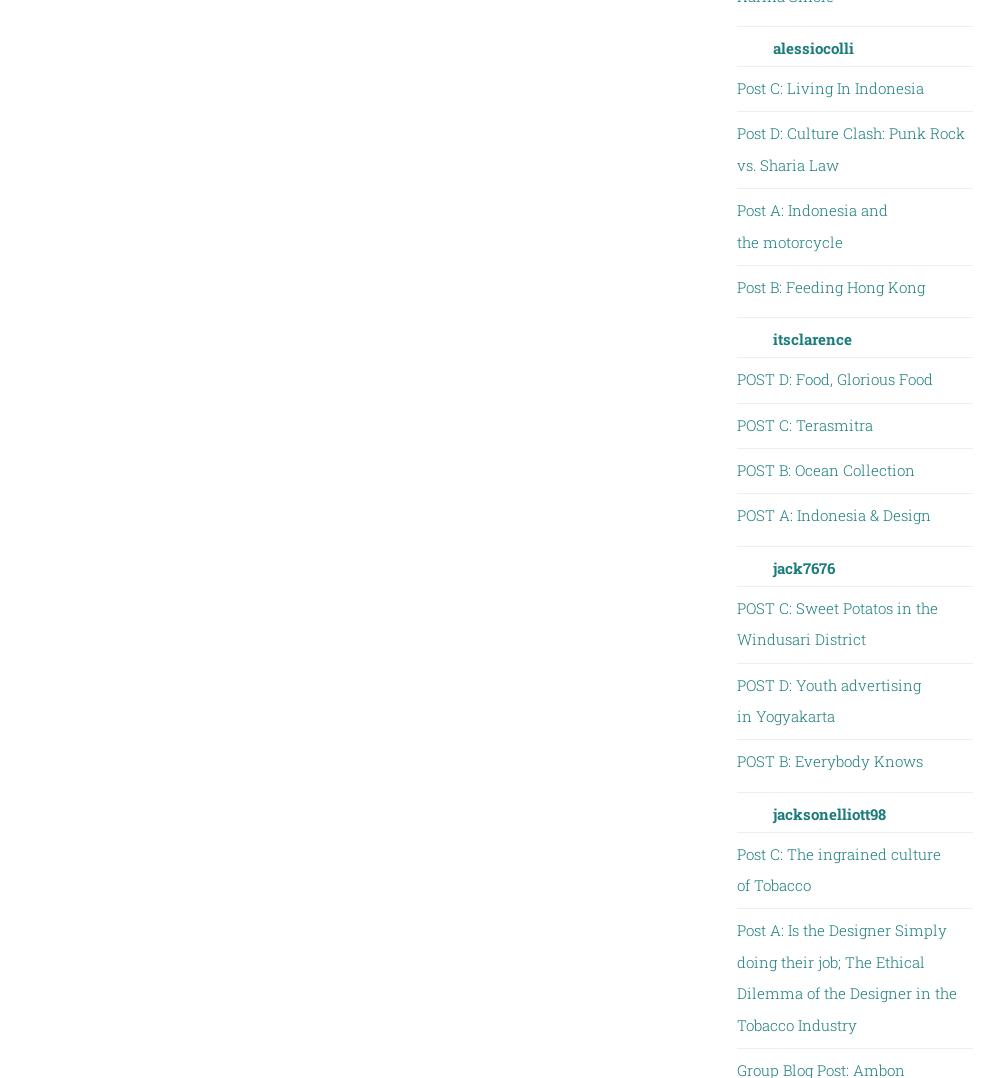  What do you see at coordinates (824, 469) in the screenshot?
I see `'POST B: Ocean Collection'` at bounding box center [824, 469].